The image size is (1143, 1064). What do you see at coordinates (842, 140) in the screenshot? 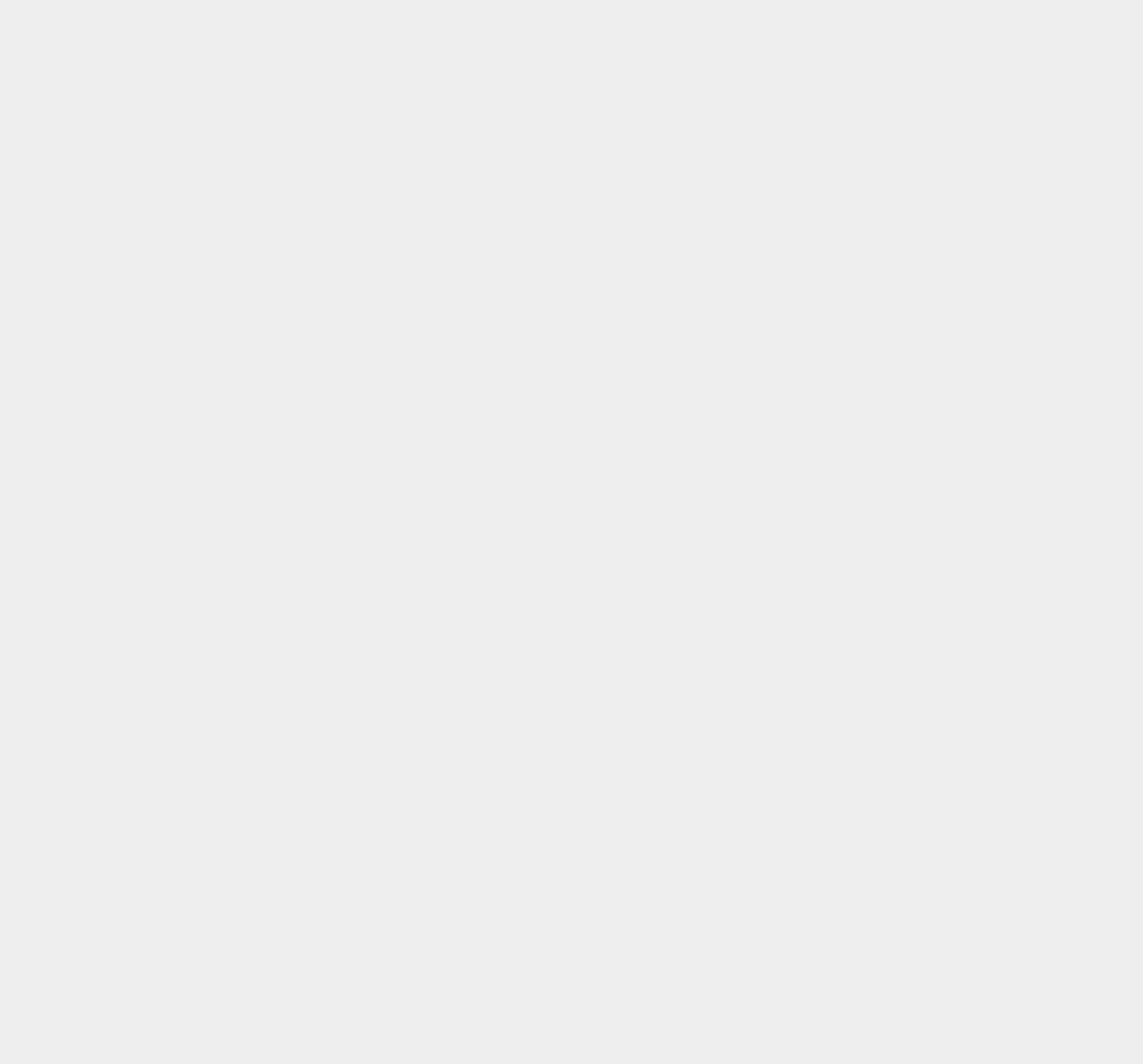
I see `'Technology'` at bounding box center [842, 140].